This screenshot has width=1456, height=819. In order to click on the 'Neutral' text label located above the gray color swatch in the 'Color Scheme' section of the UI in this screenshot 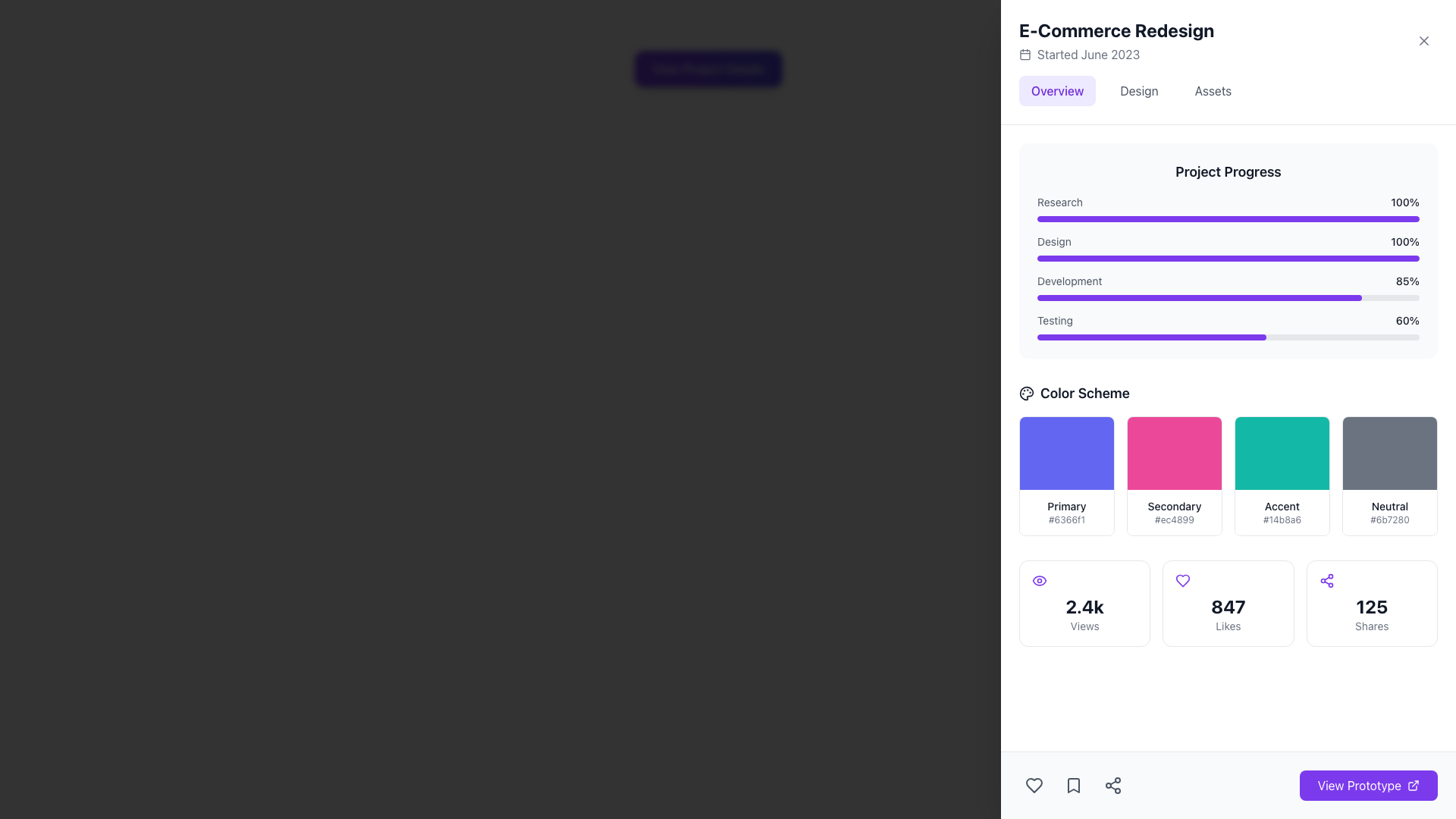, I will do `click(1390, 506)`.